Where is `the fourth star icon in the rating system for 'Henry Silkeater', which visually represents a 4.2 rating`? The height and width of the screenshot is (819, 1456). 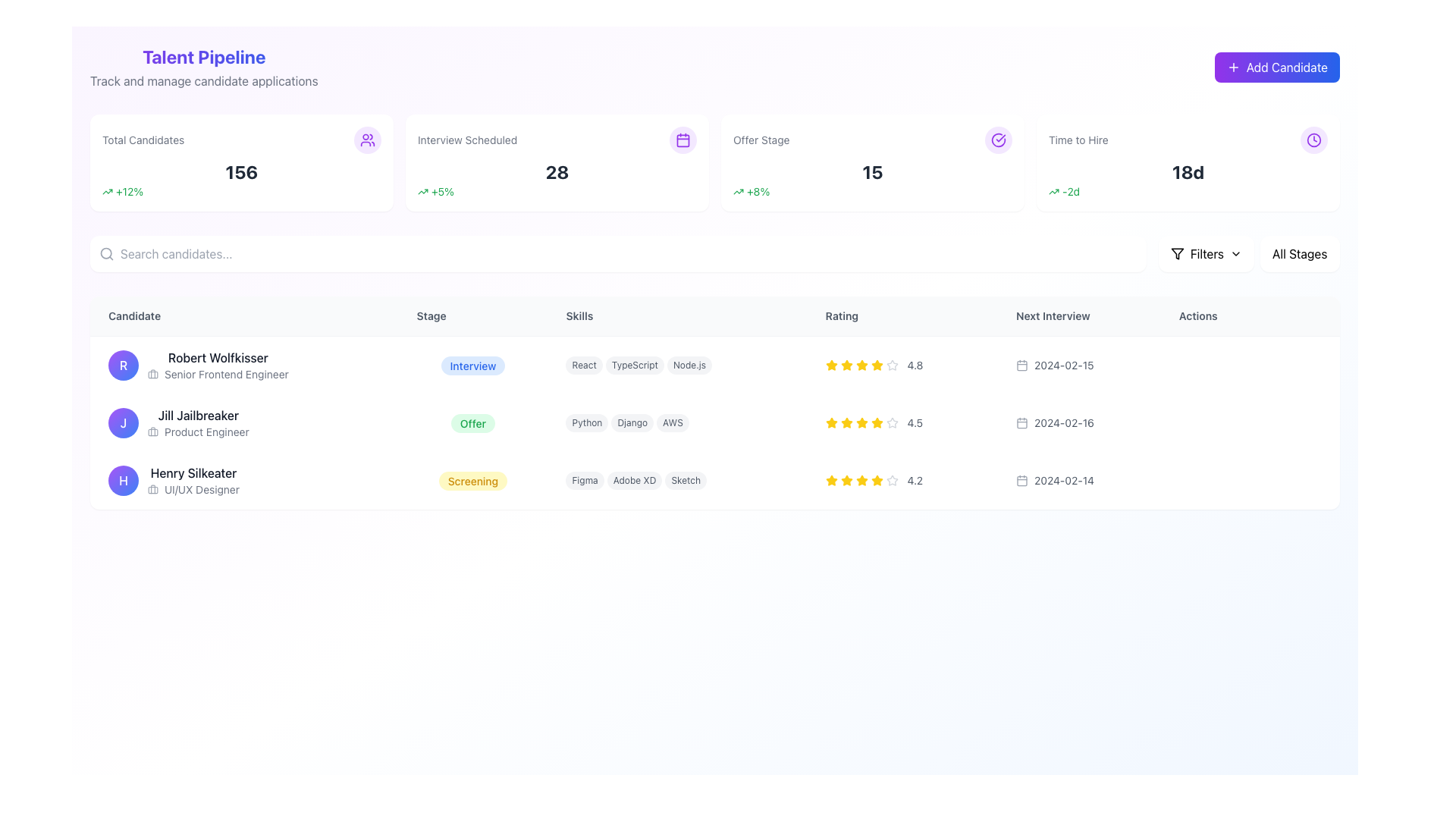
the fourth star icon in the rating system for 'Henry Silkeater', which visually represents a 4.2 rating is located at coordinates (861, 480).